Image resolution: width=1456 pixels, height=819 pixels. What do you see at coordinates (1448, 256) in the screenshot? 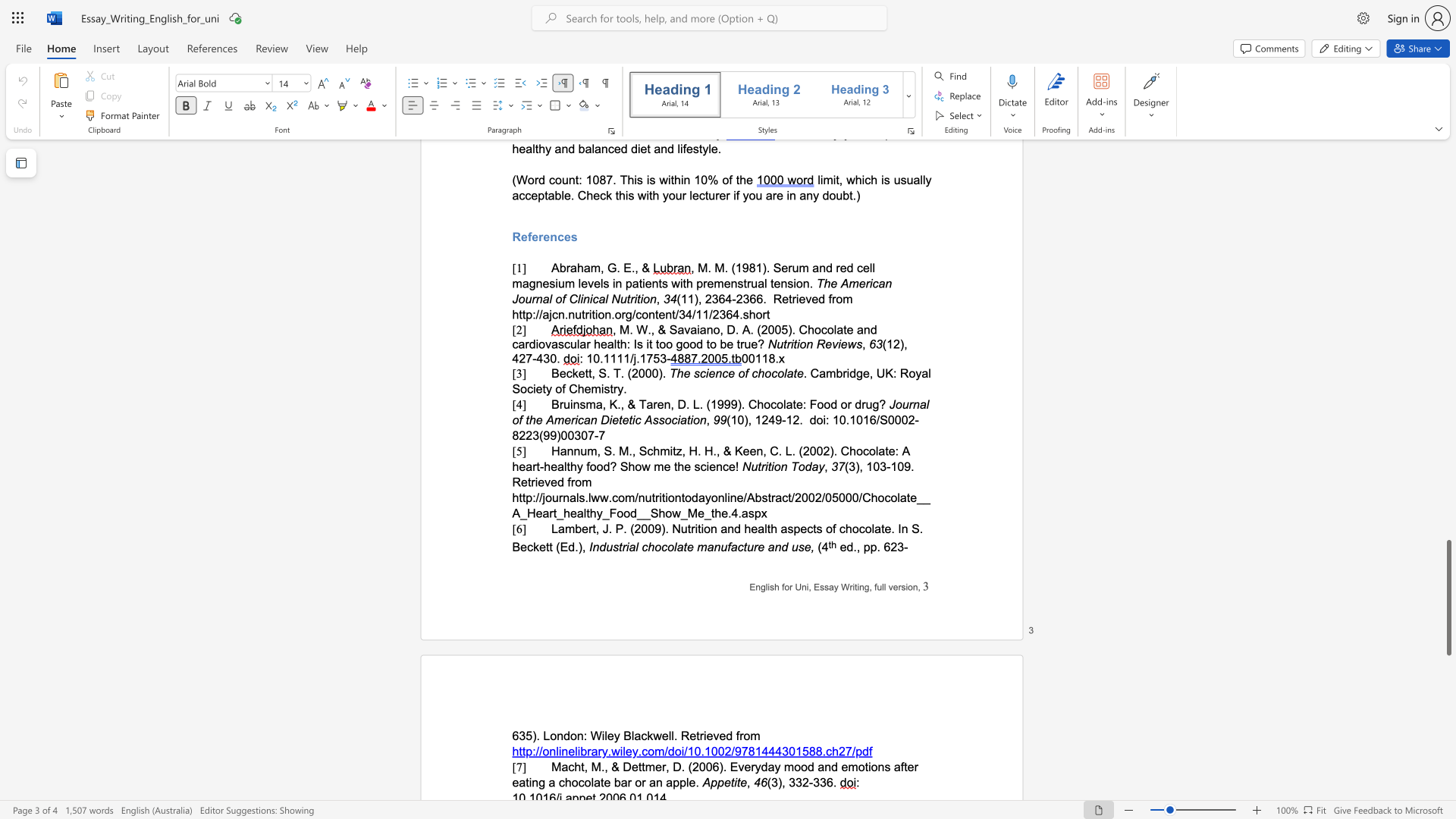
I see `the scrollbar on the right to shift the page higher` at bounding box center [1448, 256].